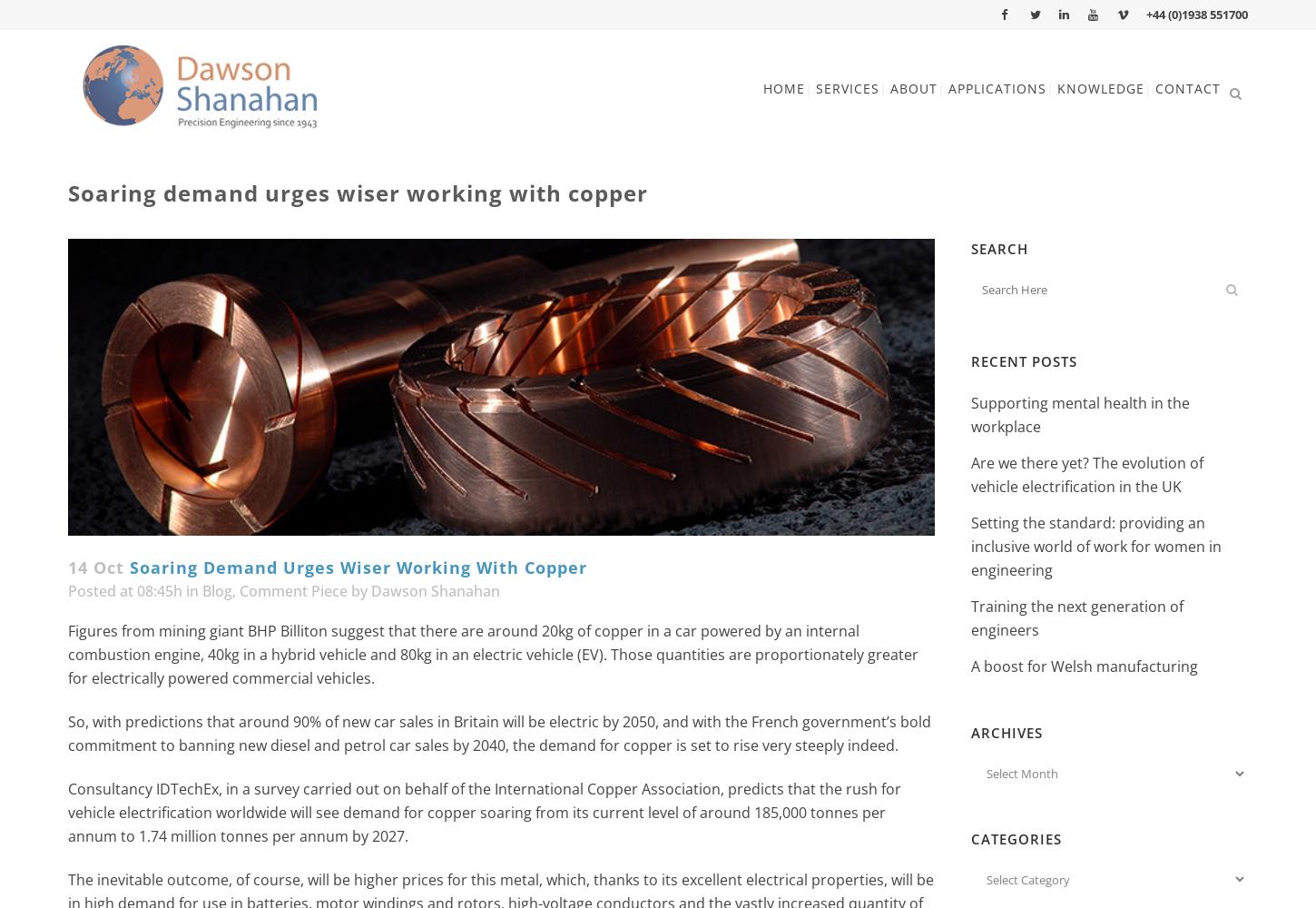 The height and width of the screenshot is (908, 1316). What do you see at coordinates (216, 591) in the screenshot?
I see `'Blog'` at bounding box center [216, 591].